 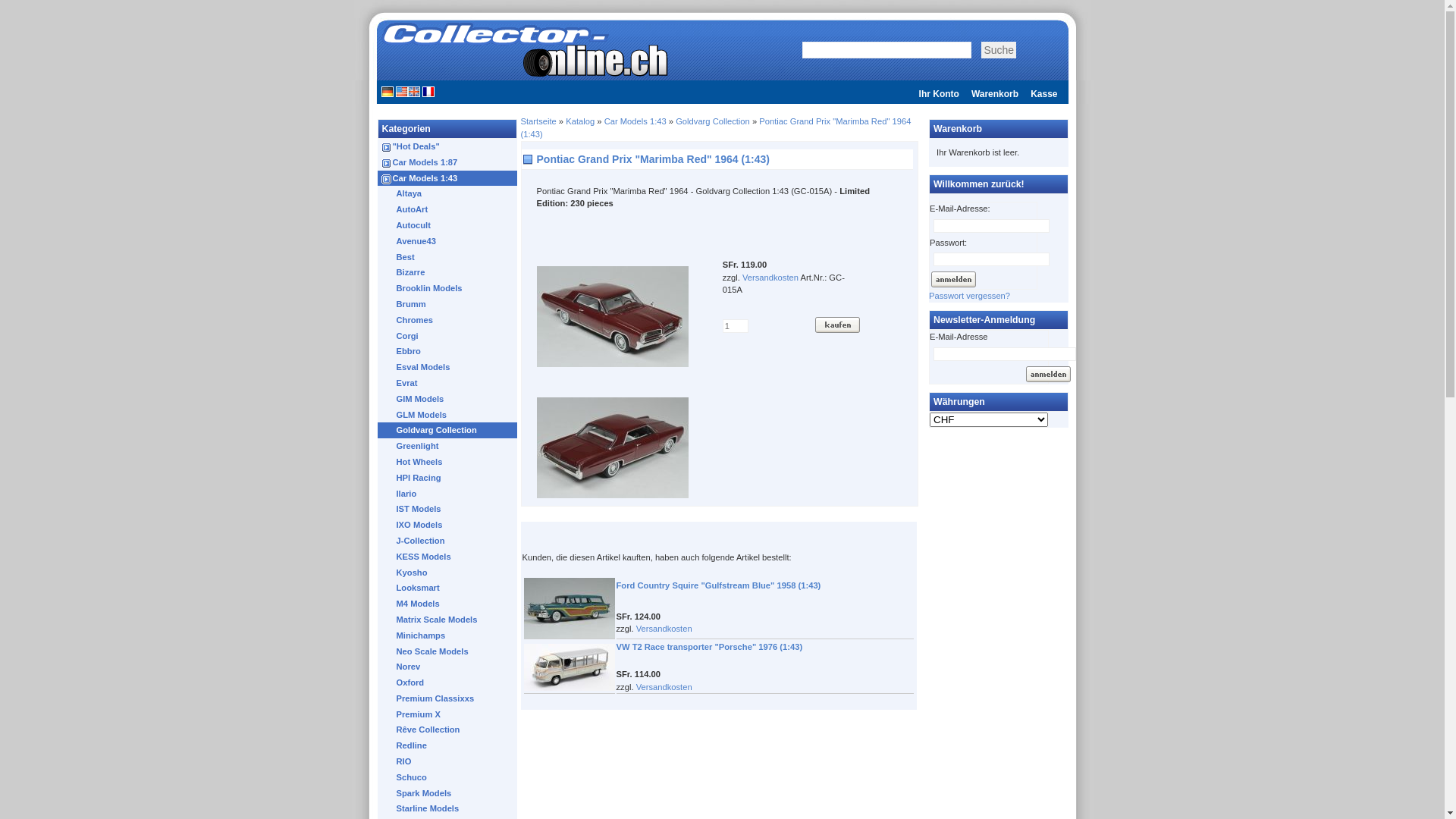 I want to click on 'Ilario', so click(x=449, y=494).